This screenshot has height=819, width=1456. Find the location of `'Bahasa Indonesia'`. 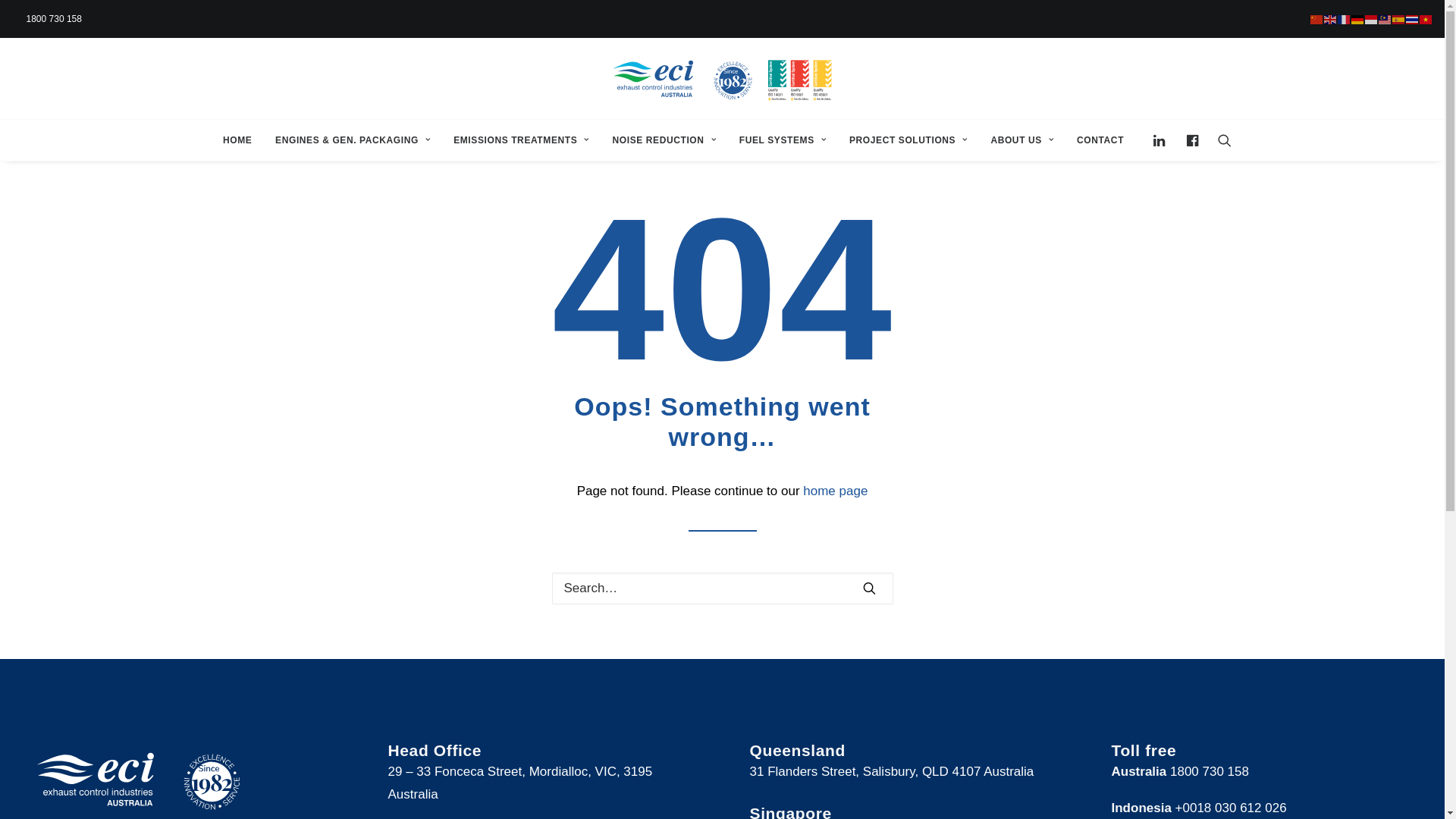

'Bahasa Indonesia' is located at coordinates (1372, 18).